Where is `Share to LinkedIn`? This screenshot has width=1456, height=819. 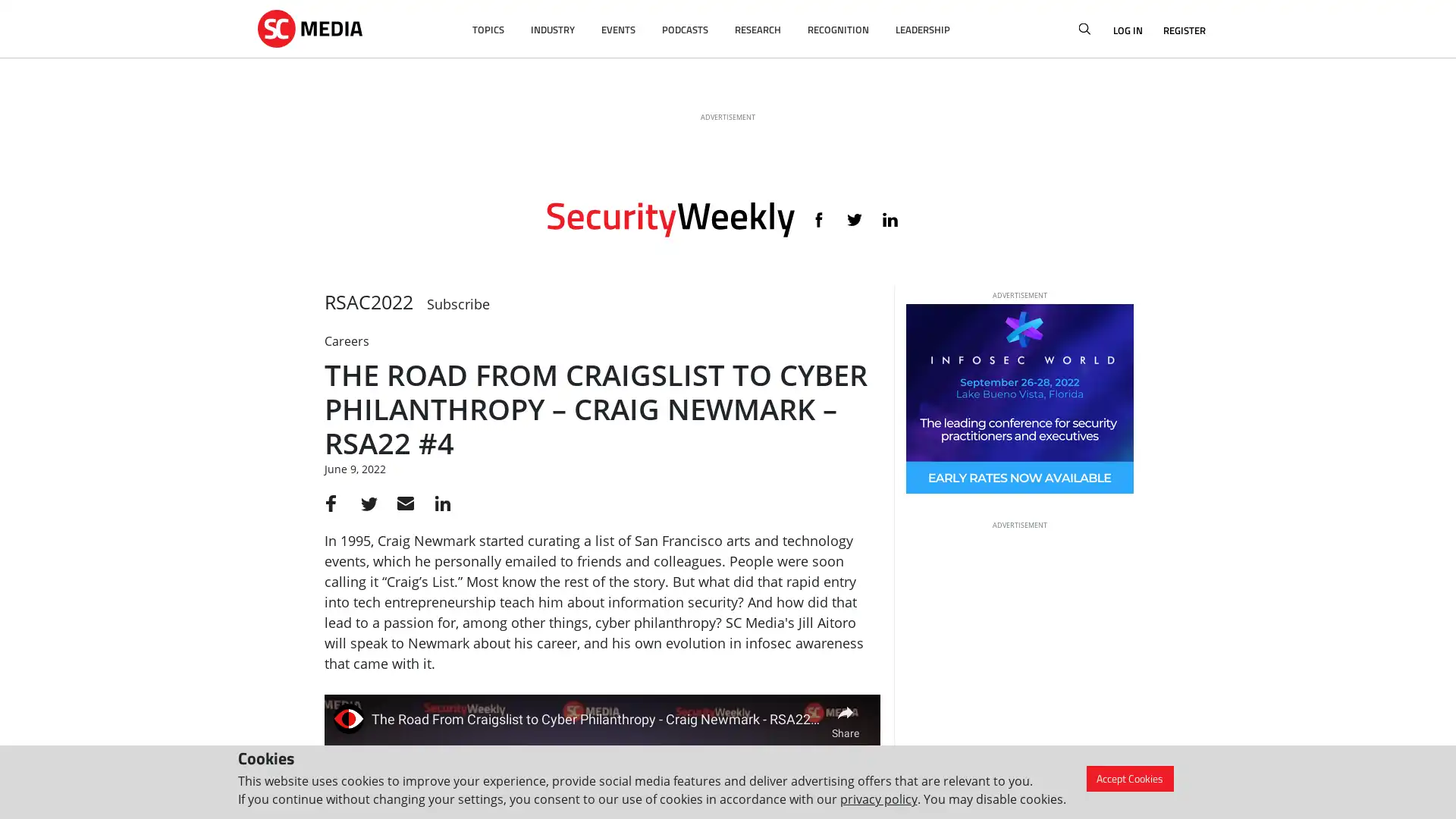
Share to LinkedIn is located at coordinates (435, 503).